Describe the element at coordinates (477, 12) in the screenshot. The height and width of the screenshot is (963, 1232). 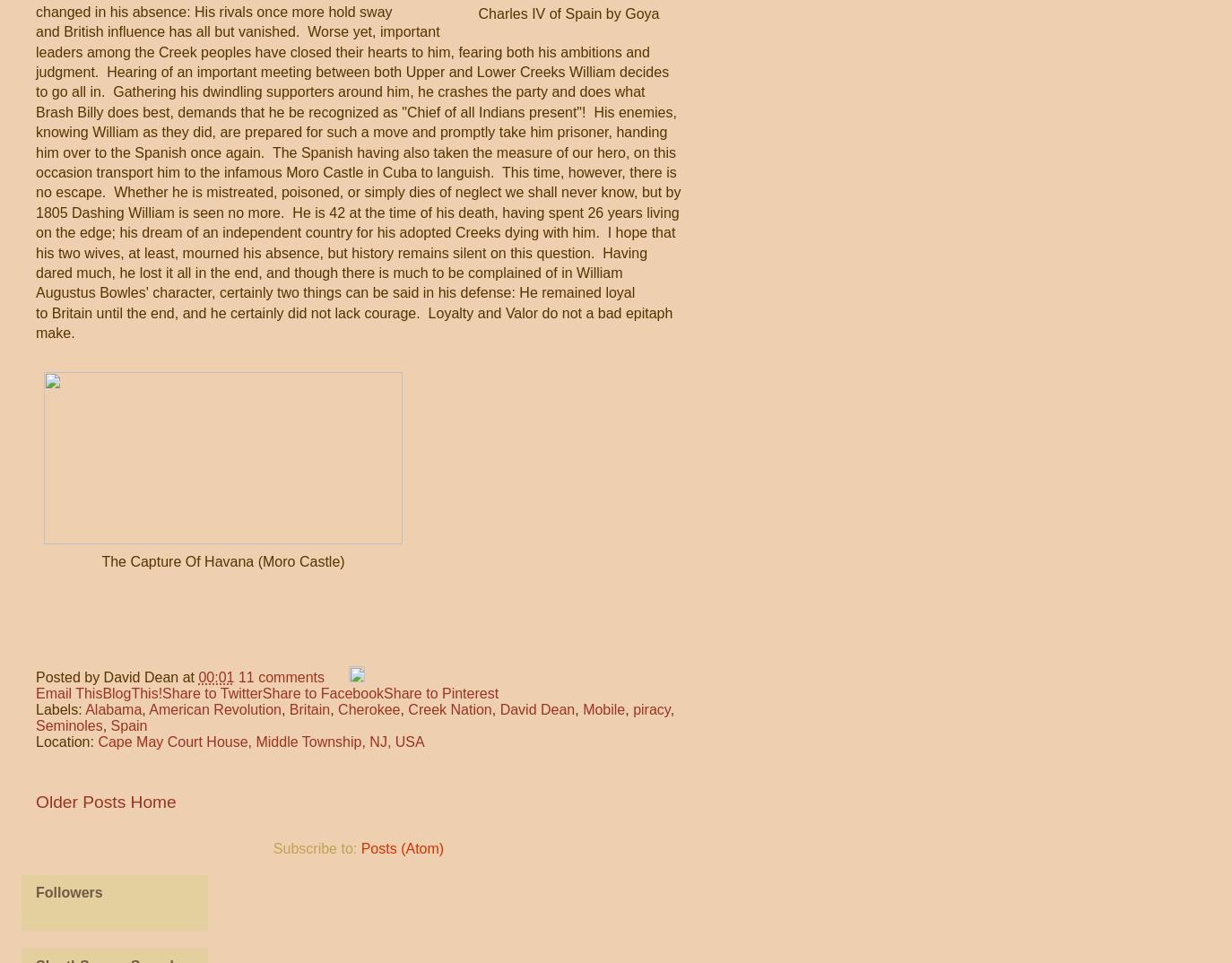
I see `'Charles IV of Spain by Goya'` at that location.